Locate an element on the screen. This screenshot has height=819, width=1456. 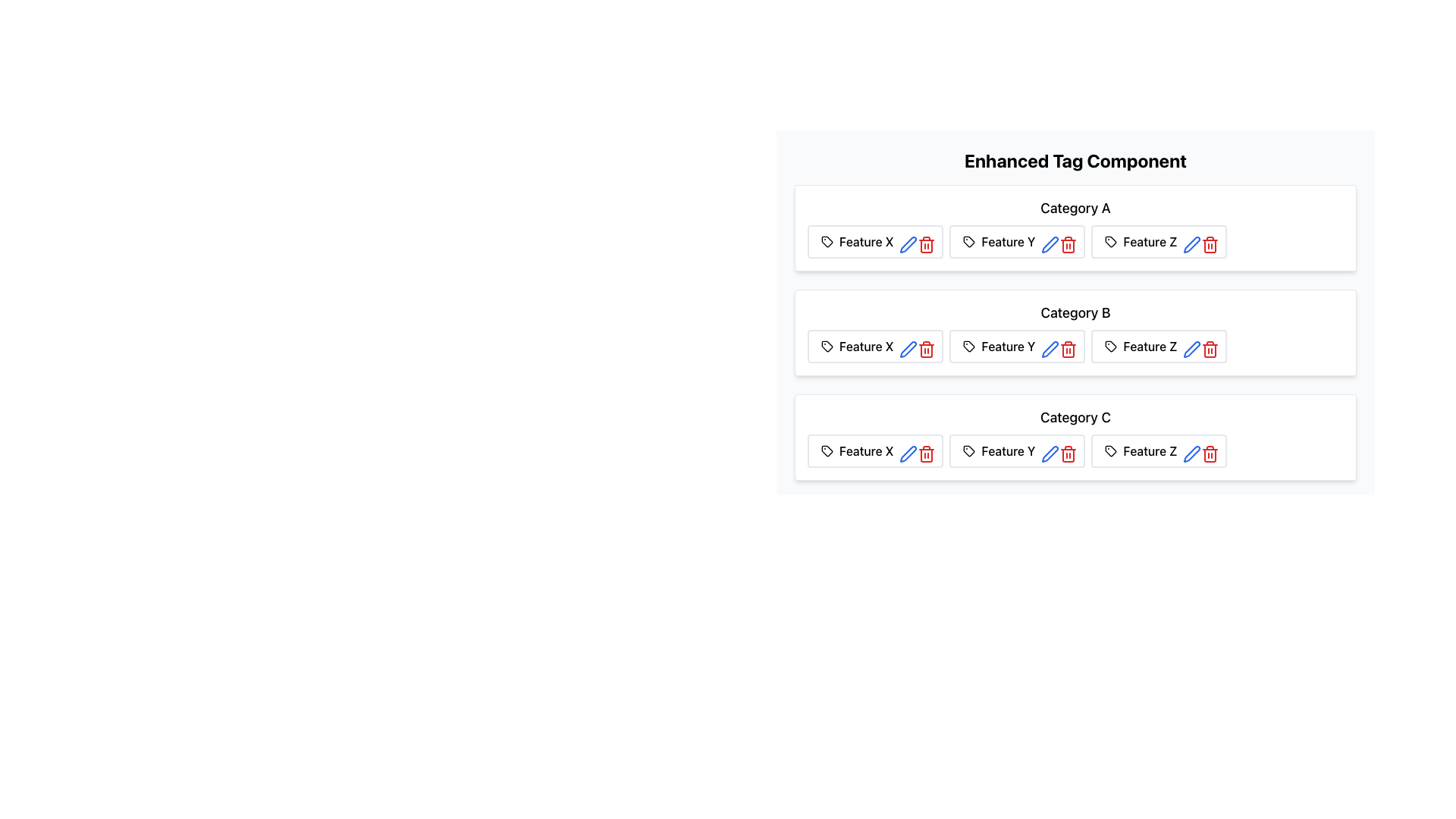
the delete button located in the upper-right corner of 'Feature X', which is the third icon in the row is located at coordinates (923, 241).